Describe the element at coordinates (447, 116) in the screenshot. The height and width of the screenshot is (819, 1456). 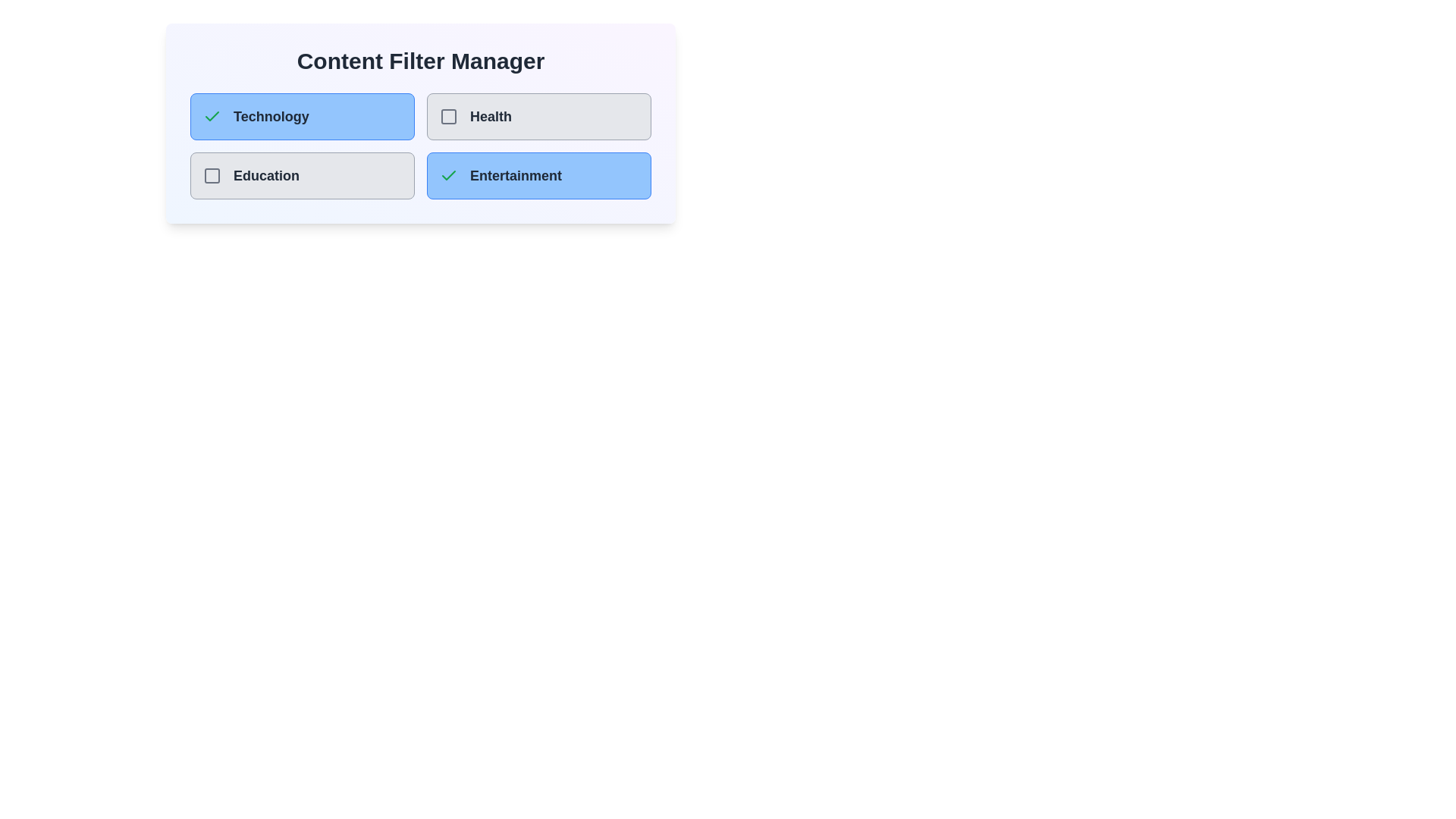
I see `the category Health` at that location.